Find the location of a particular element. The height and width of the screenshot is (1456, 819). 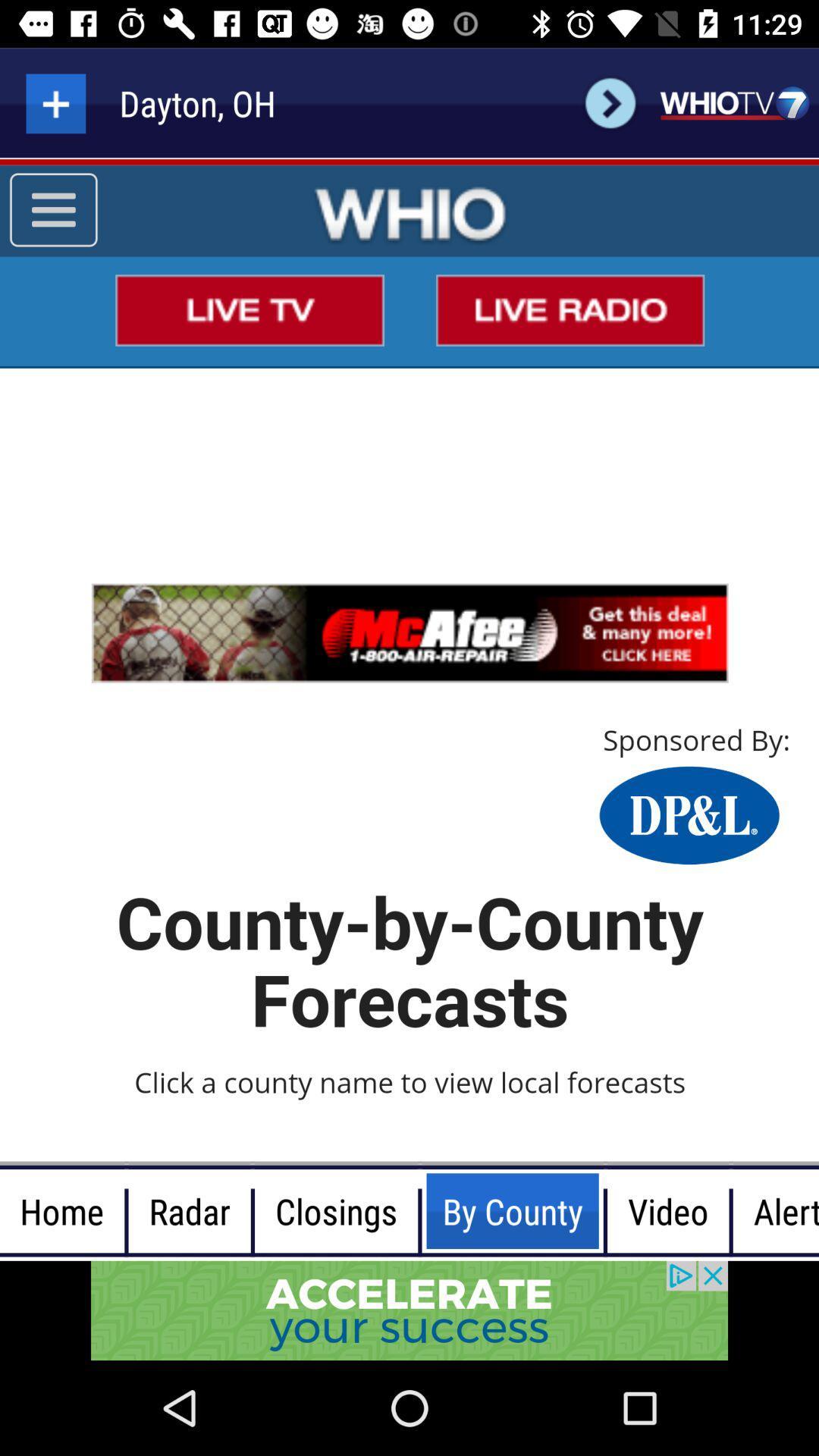

the button in the top right corner is located at coordinates (733, 102).